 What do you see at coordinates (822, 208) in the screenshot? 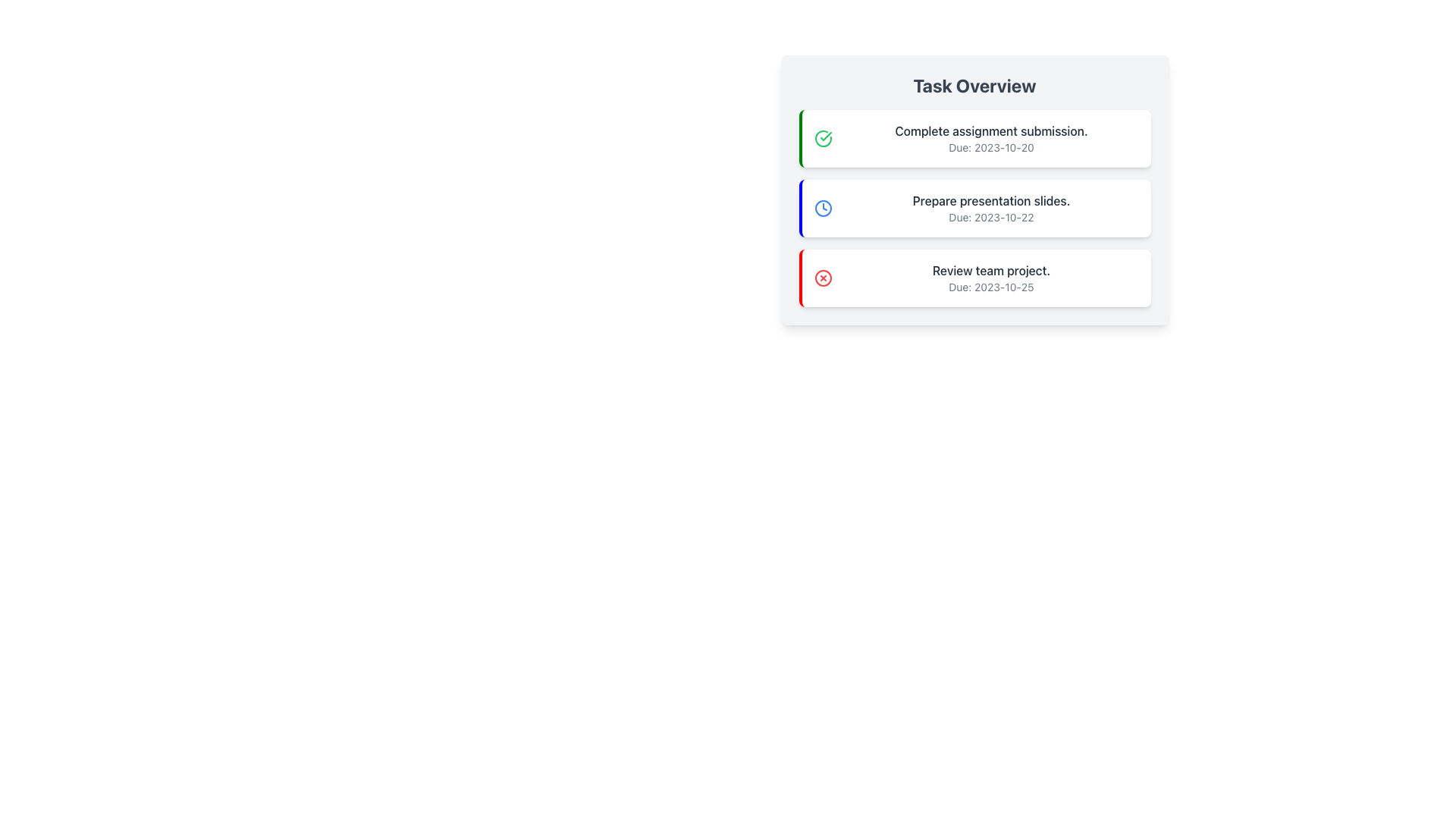
I see `the circular clock icon with a blue outline and white inner background, located in the task card titled 'Prepare presentation slides.'` at bounding box center [822, 208].